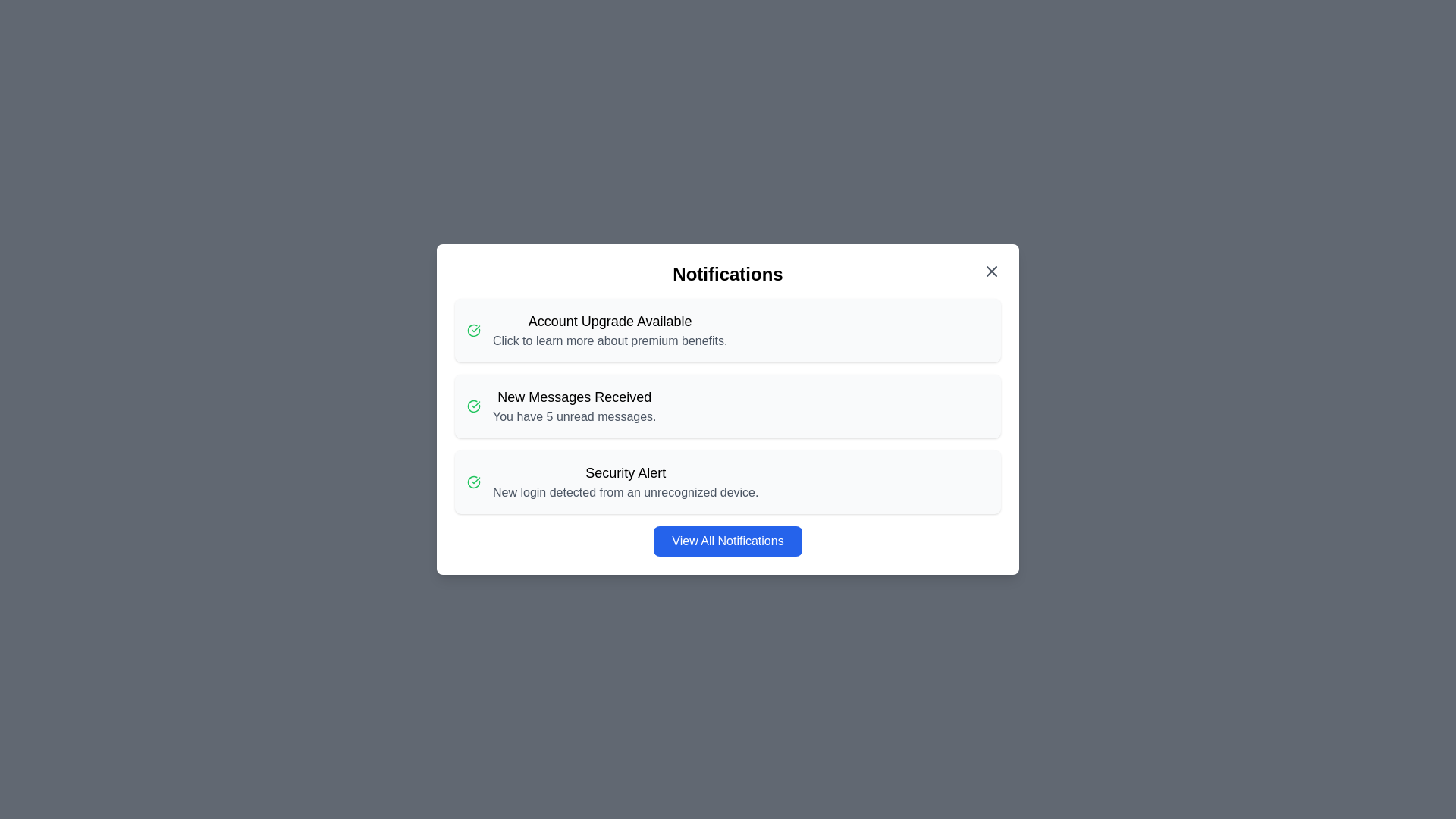 The height and width of the screenshot is (819, 1456). What do you see at coordinates (626, 482) in the screenshot?
I see `the security alert text component in the Notifications panel, which is the third notification from the top` at bounding box center [626, 482].